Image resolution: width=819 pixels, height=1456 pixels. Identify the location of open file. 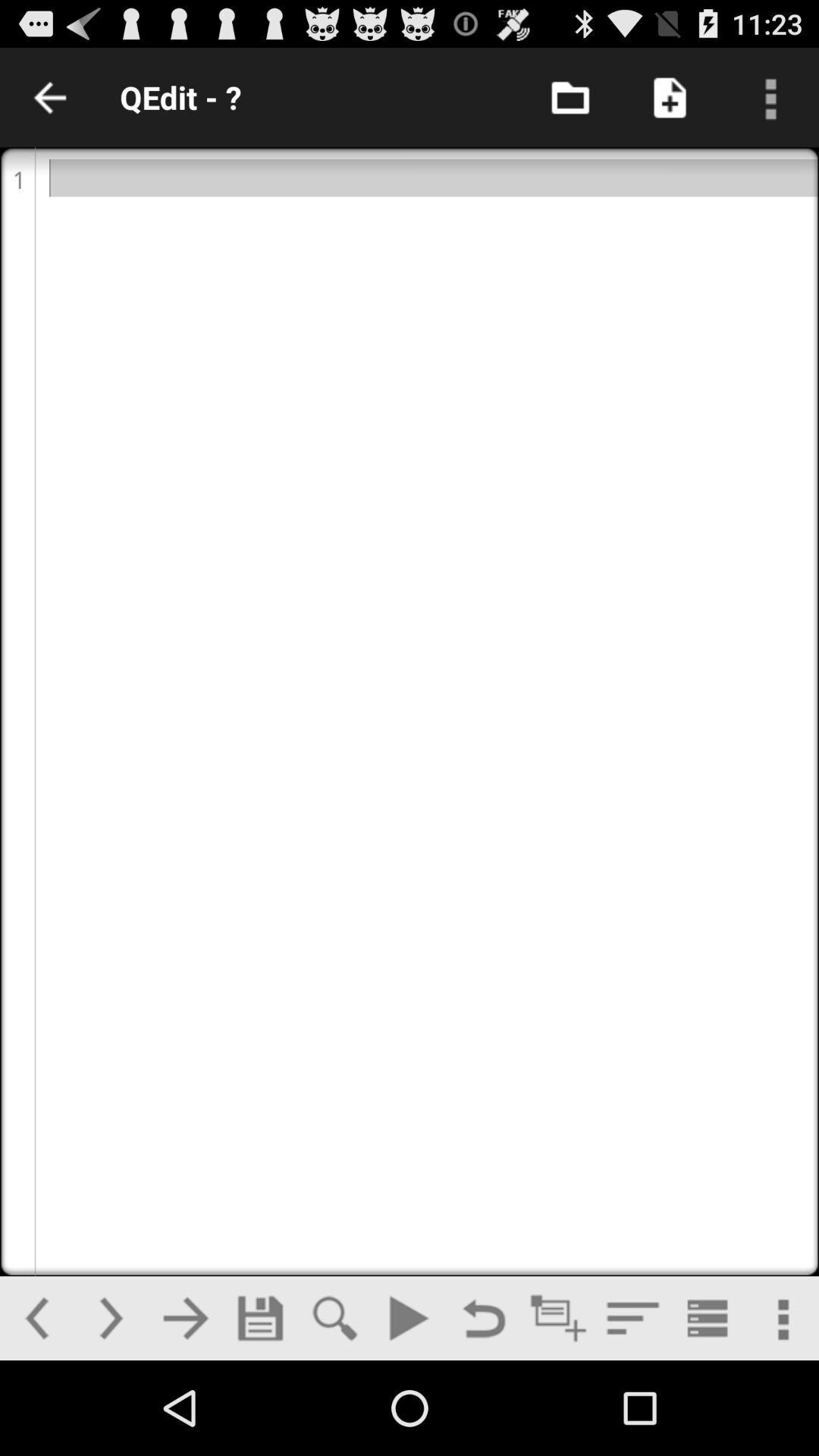
(570, 96).